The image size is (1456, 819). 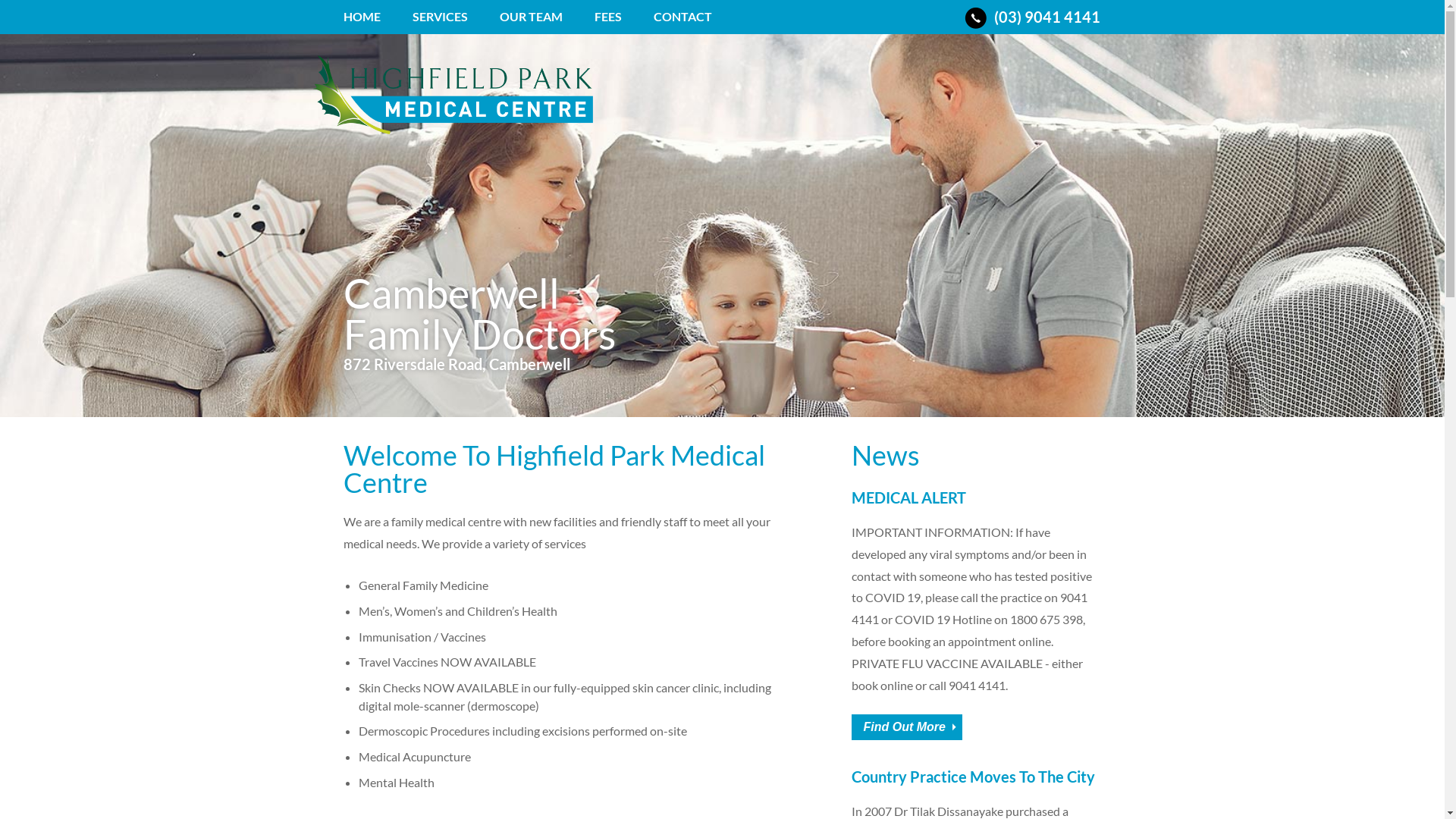 I want to click on 'SERVICES', so click(x=439, y=23).